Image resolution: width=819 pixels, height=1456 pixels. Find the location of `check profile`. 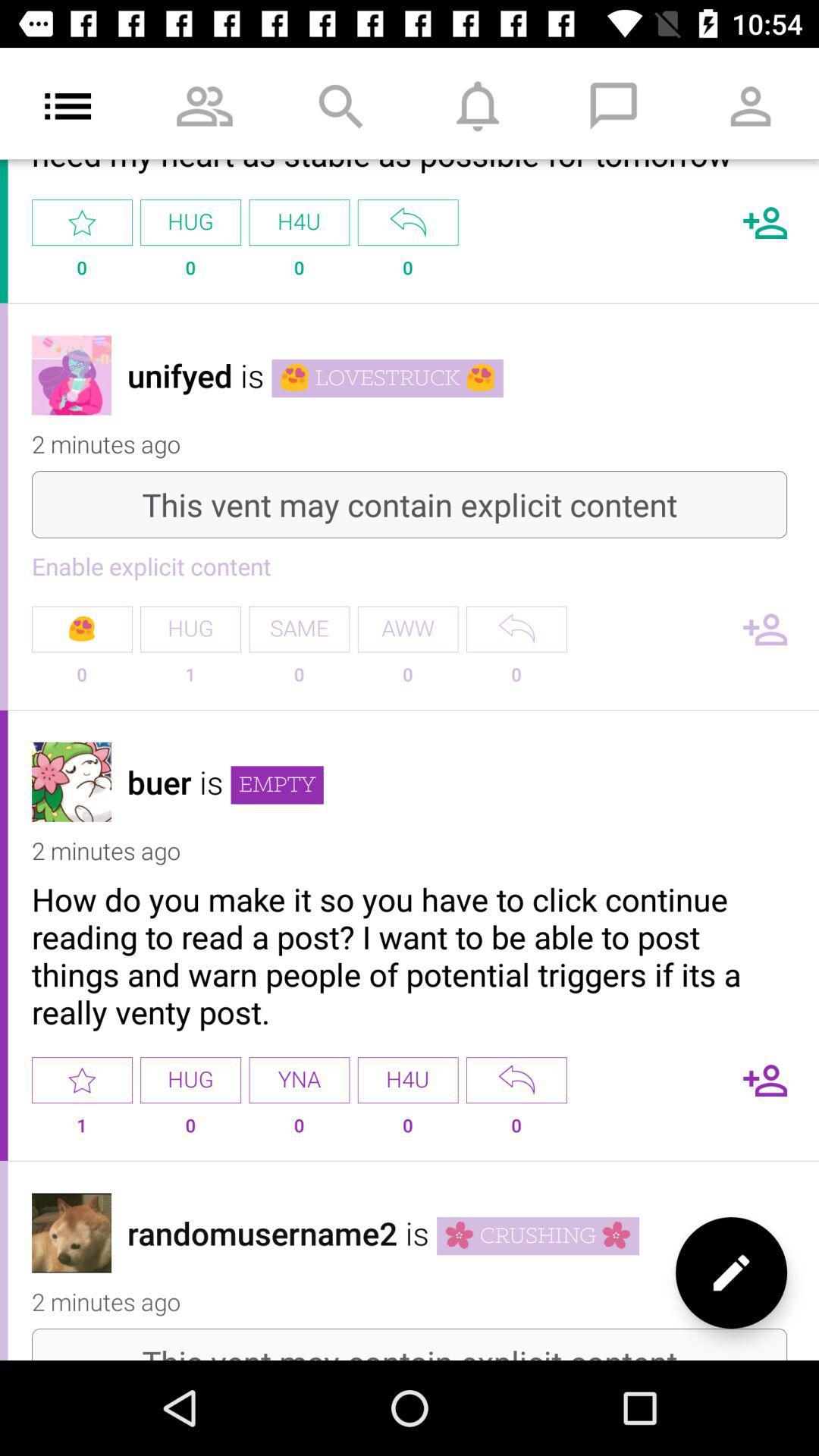

check profile is located at coordinates (71, 375).